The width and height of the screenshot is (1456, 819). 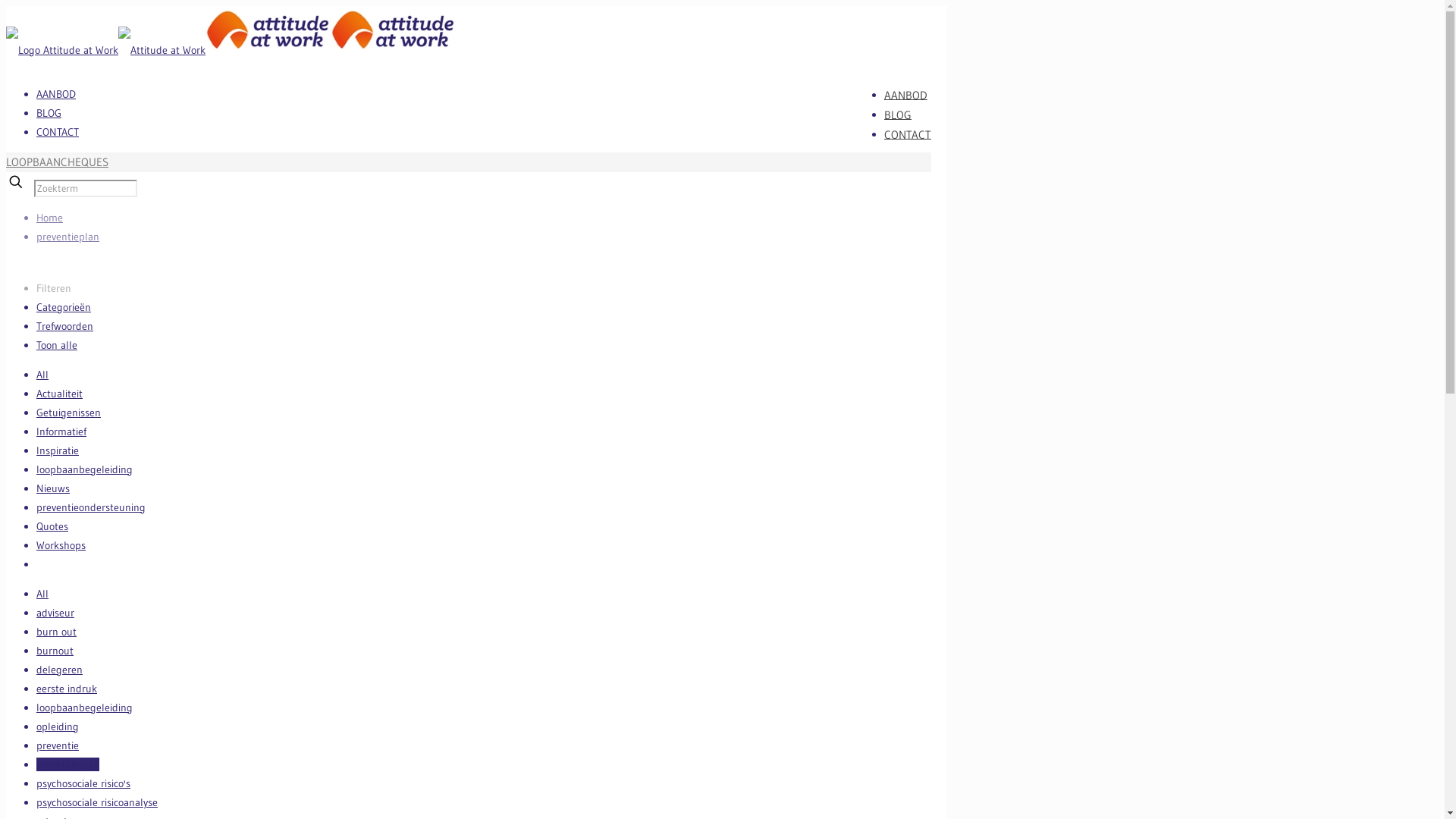 What do you see at coordinates (58, 450) in the screenshot?
I see `'Inspiratie'` at bounding box center [58, 450].